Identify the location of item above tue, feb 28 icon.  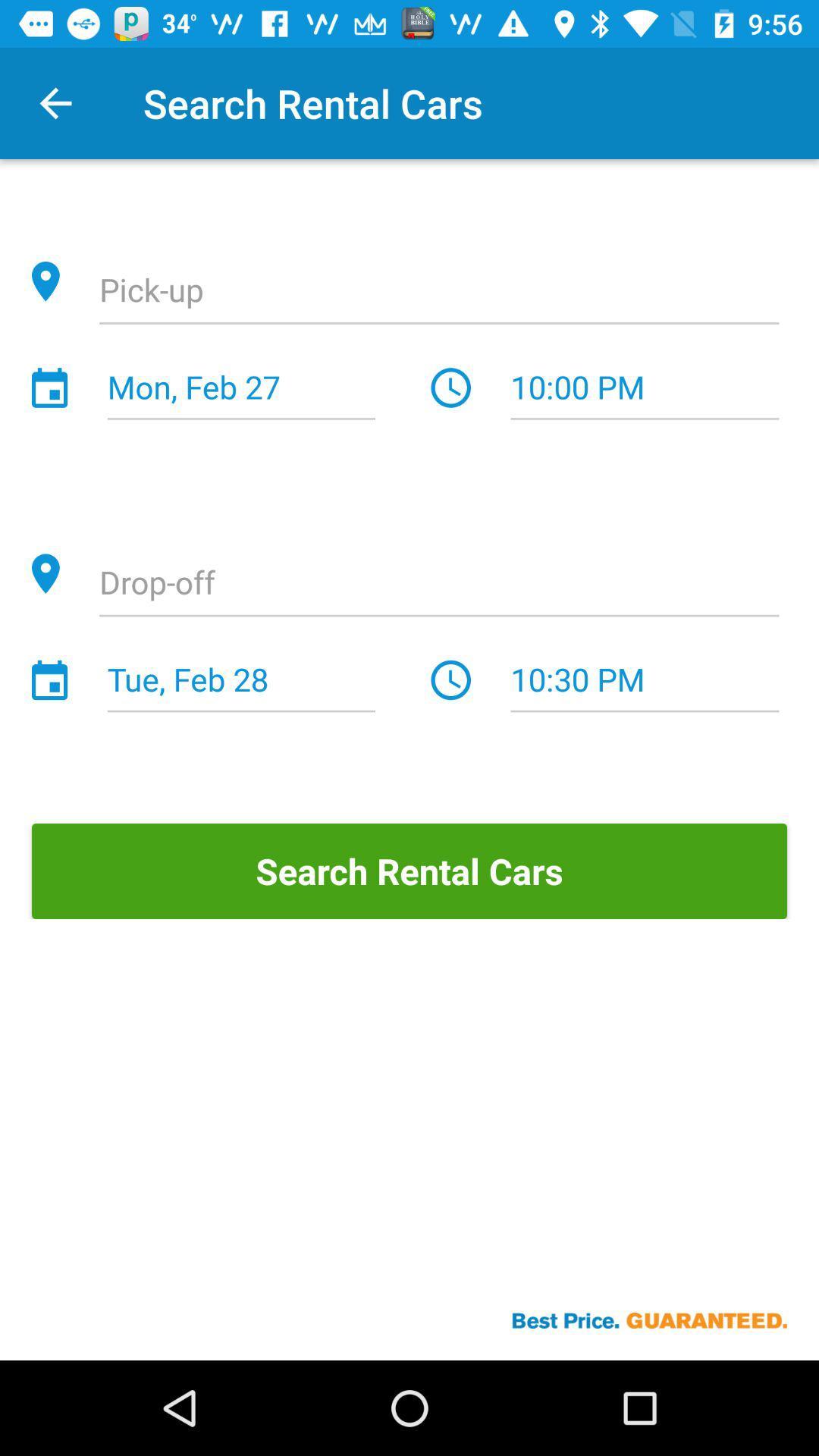
(439, 584).